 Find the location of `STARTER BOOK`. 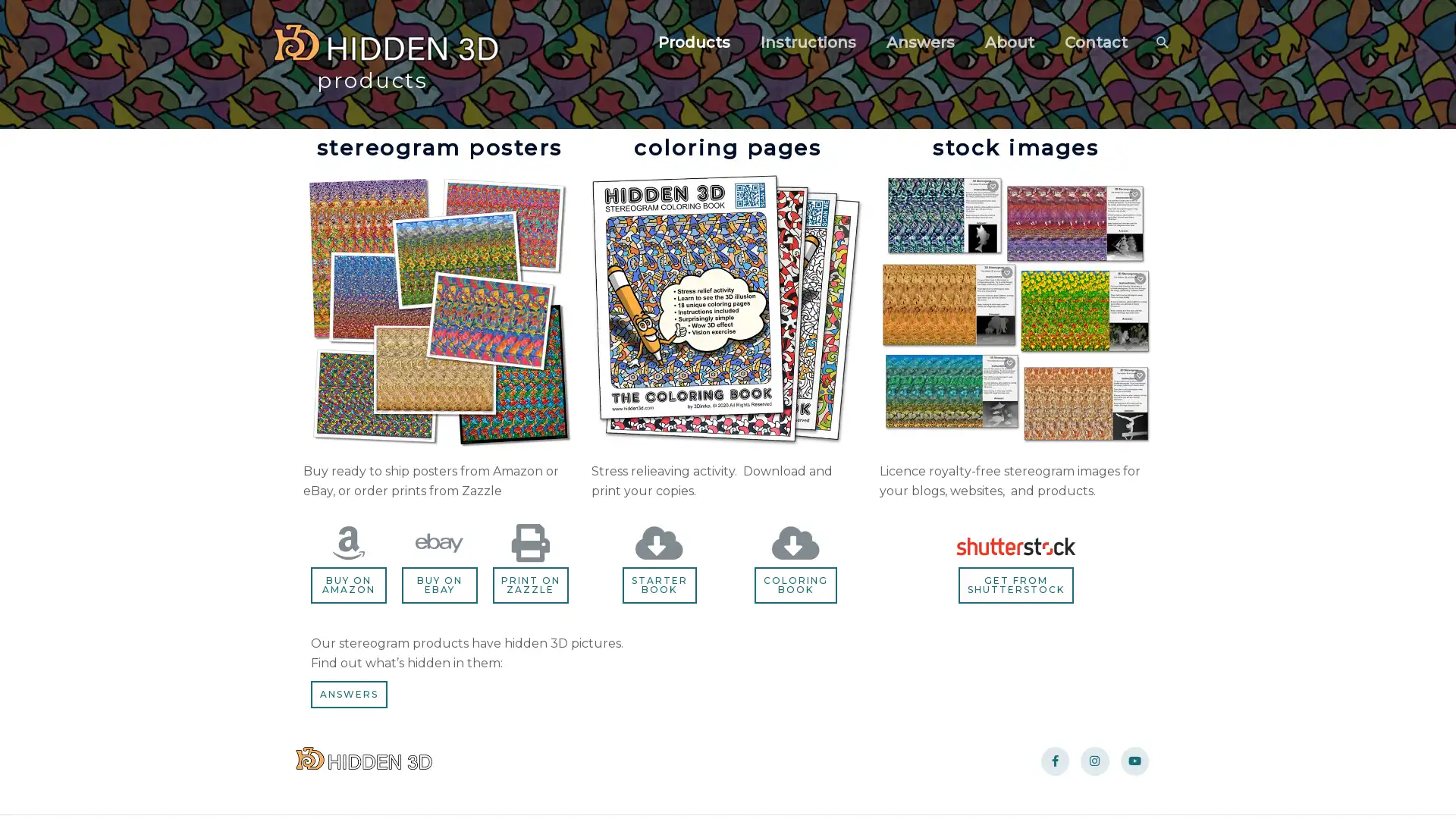

STARTER BOOK is located at coordinates (658, 584).